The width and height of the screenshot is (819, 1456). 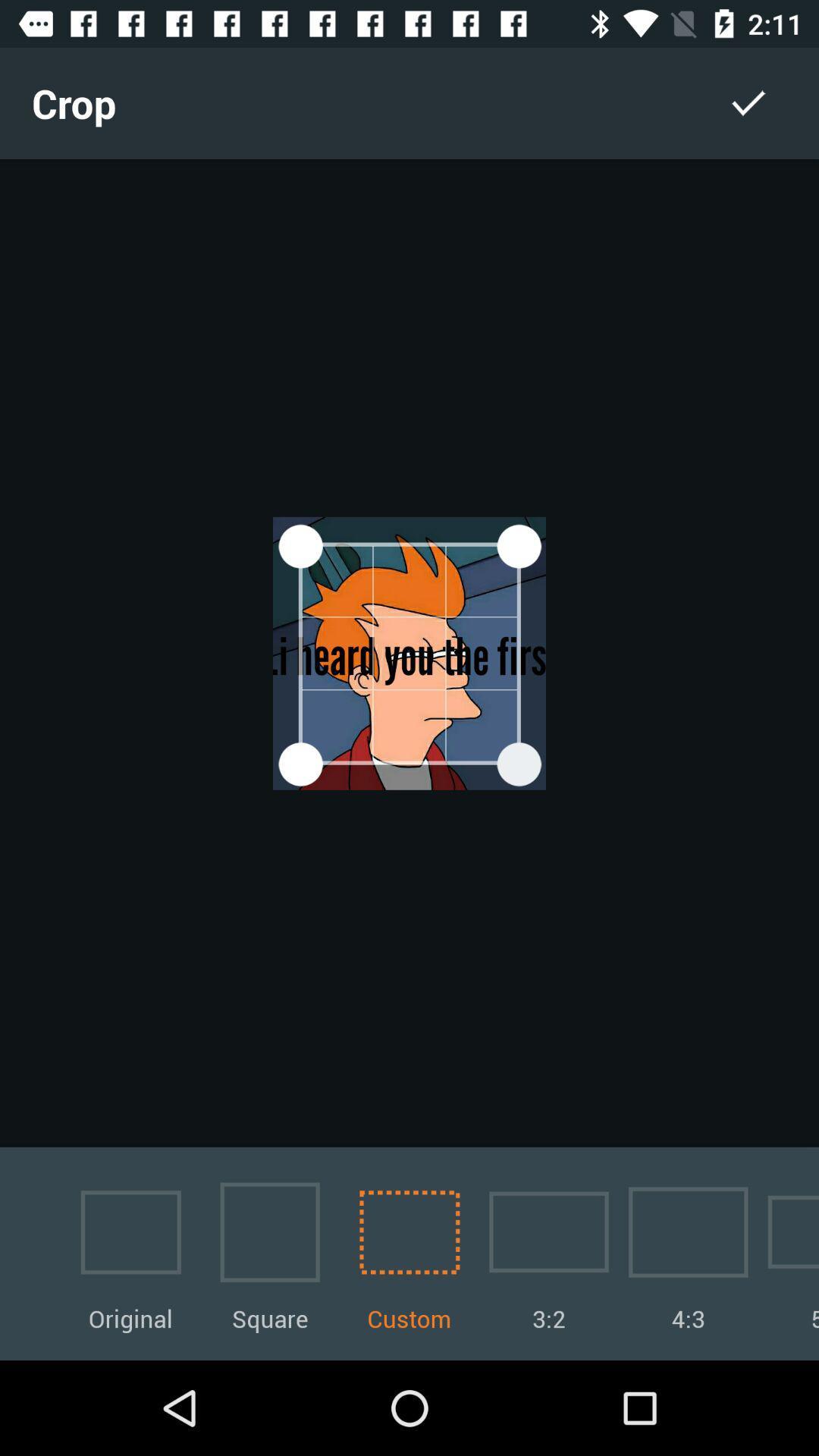 I want to click on the icon at the top right corner, so click(x=748, y=102).